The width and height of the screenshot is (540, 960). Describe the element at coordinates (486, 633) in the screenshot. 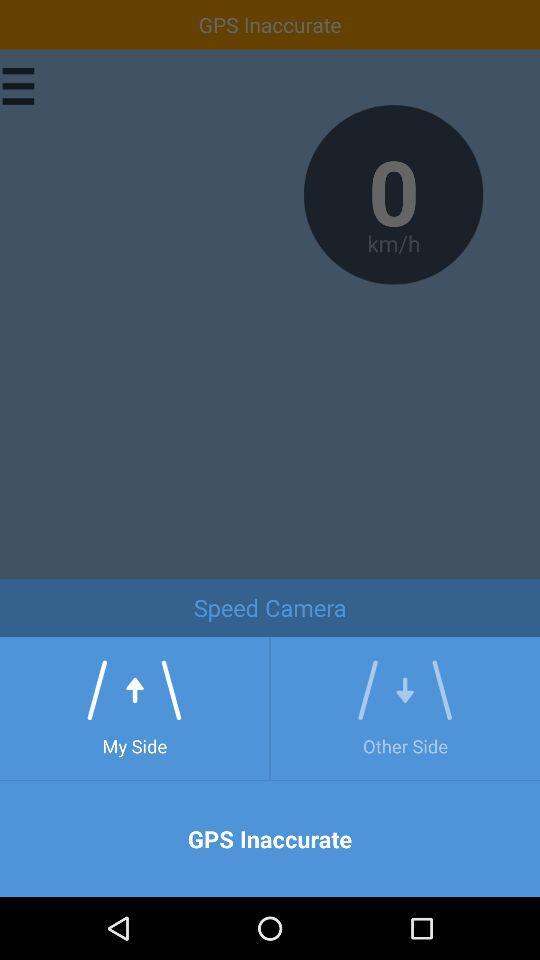

I see `the minus icon` at that location.